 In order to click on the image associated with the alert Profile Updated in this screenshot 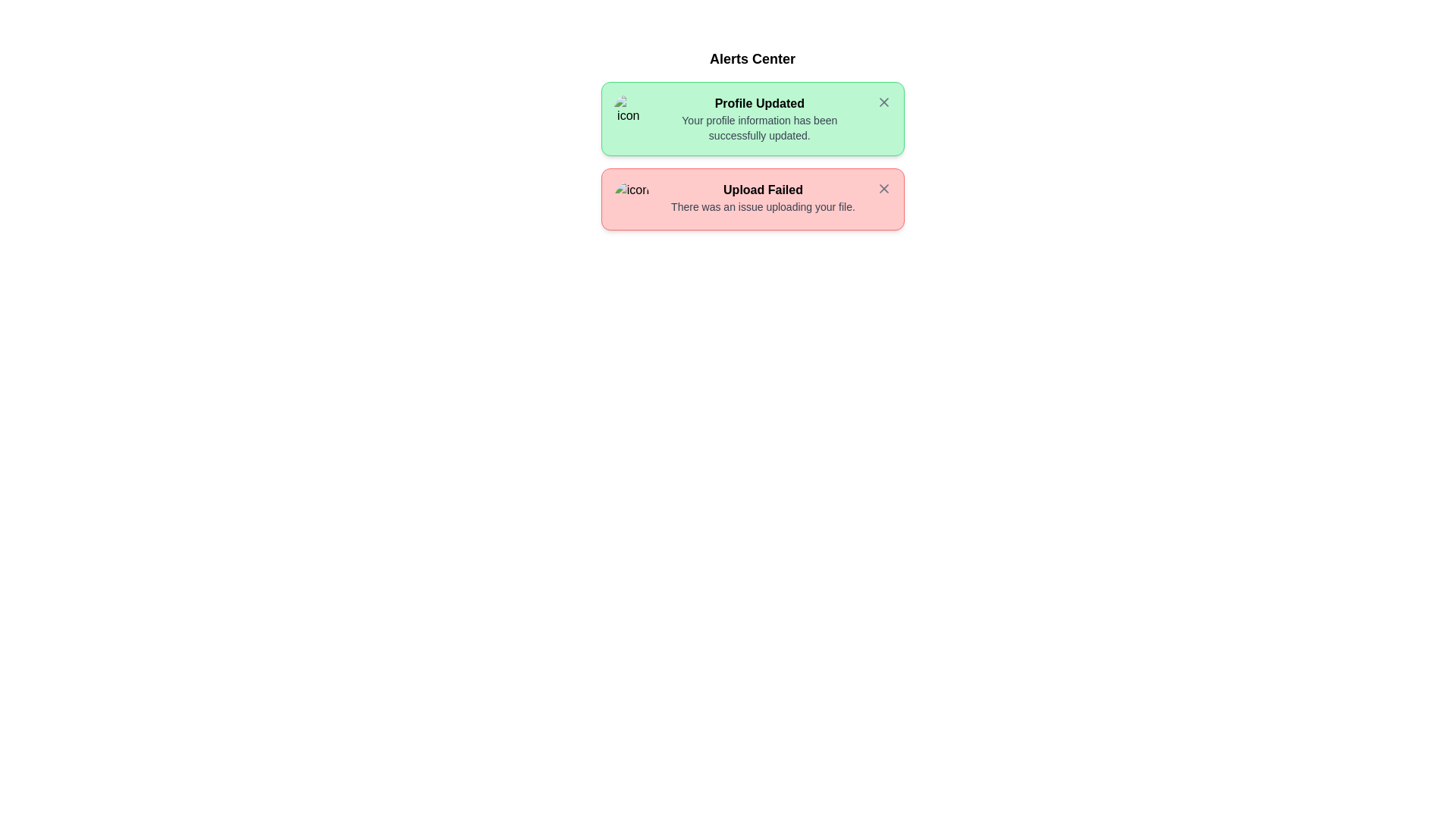, I will do `click(628, 112)`.